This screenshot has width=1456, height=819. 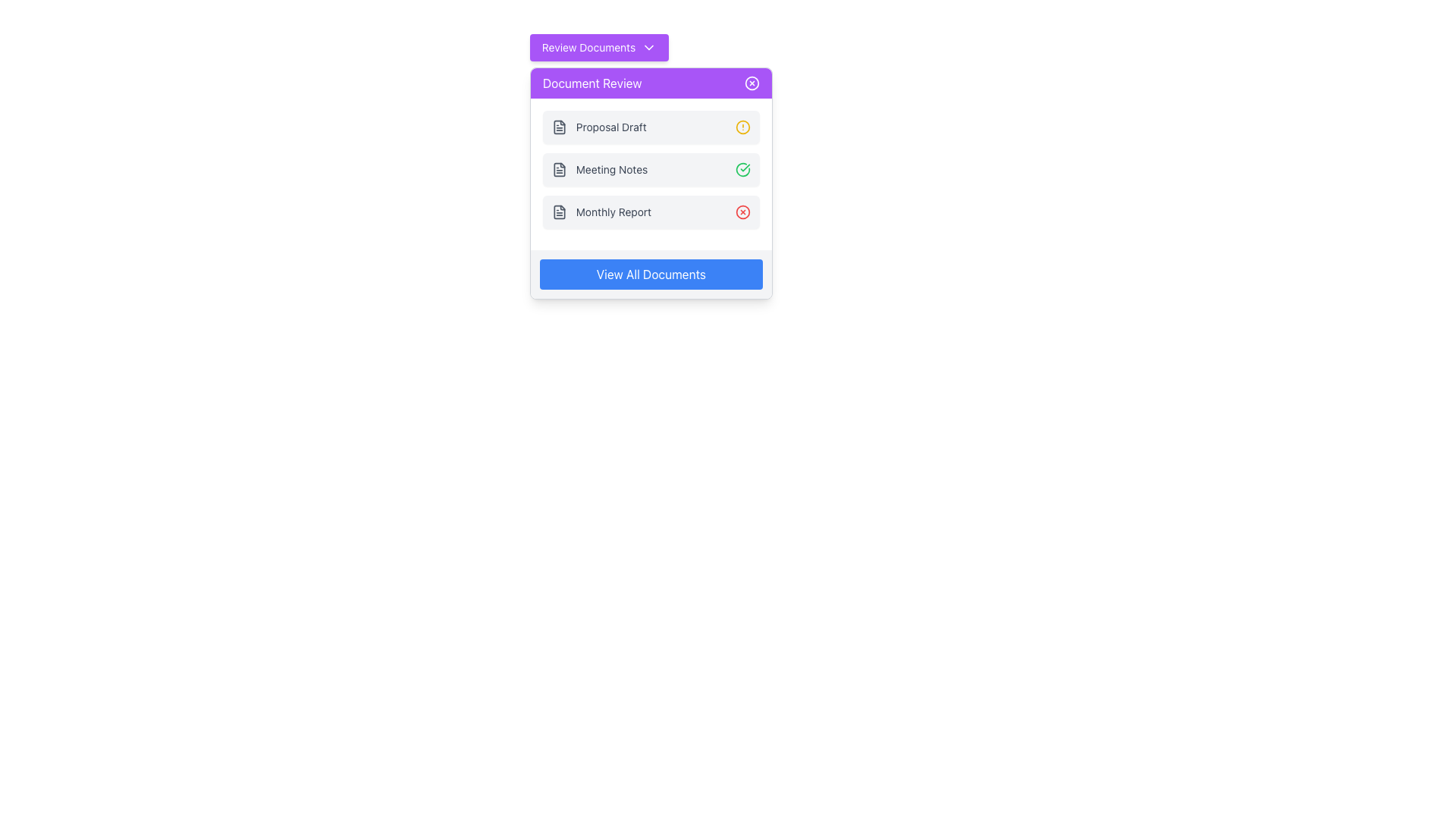 What do you see at coordinates (558, 127) in the screenshot?
I see `the decorative shape that defines the visual representation of the document icon in the 'Document Review' layout for the first document titled 'Proposal Draft'` at bounding box center [558, 127].